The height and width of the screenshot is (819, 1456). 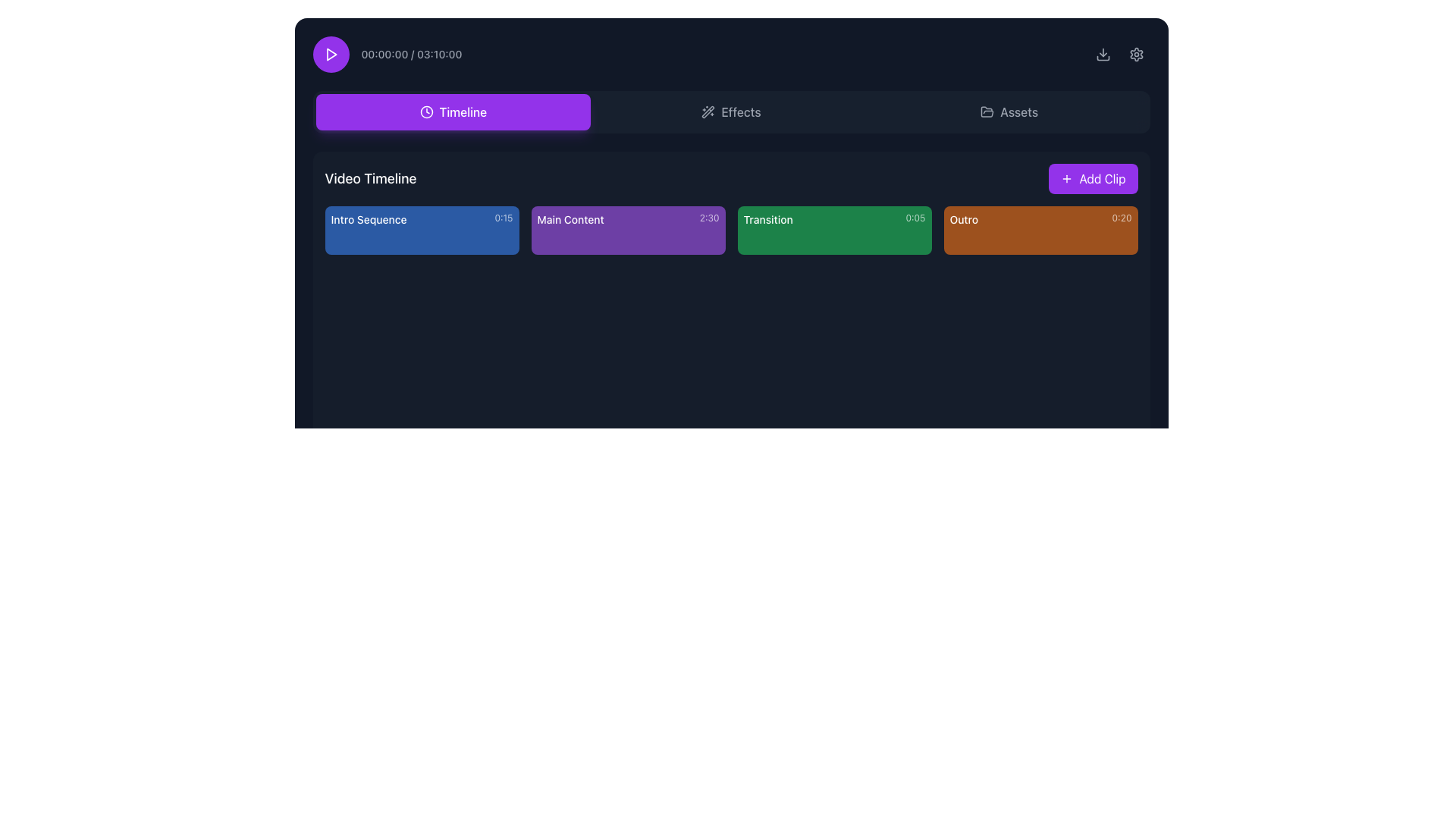 What do you see at coordinates (387, 54) in the screenshot?
I see `the Text element that displays the current playback time and total duration of a media file, located immediately to the right of a large circular purple play button in the top-left corner of the interface` at bounding box center [387, 54].